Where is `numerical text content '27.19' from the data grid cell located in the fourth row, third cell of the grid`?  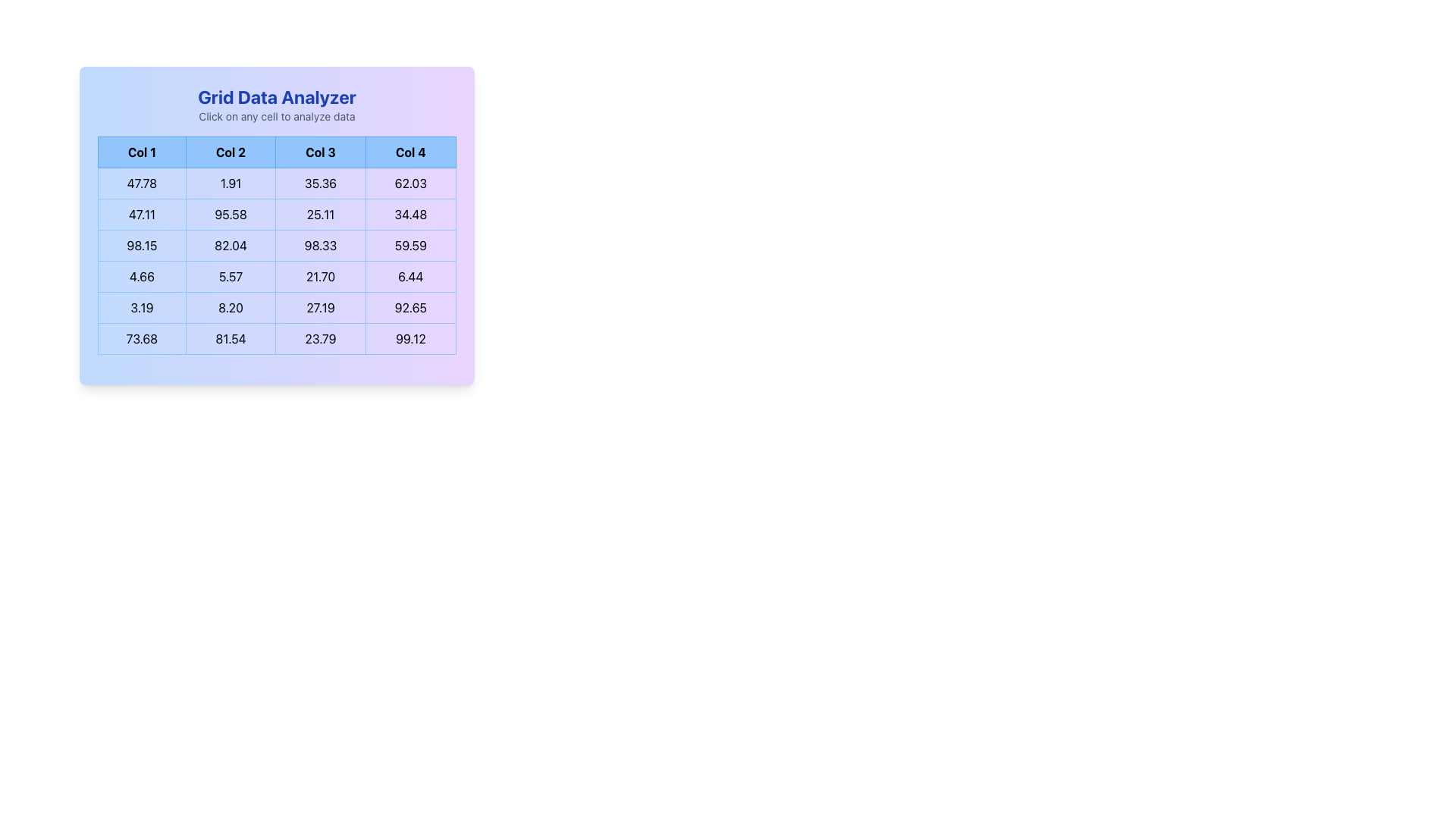
numerical text content '27.19' from the data grid cell located in the fourth row, third cell of the grid is located at coordinates (319, 307).